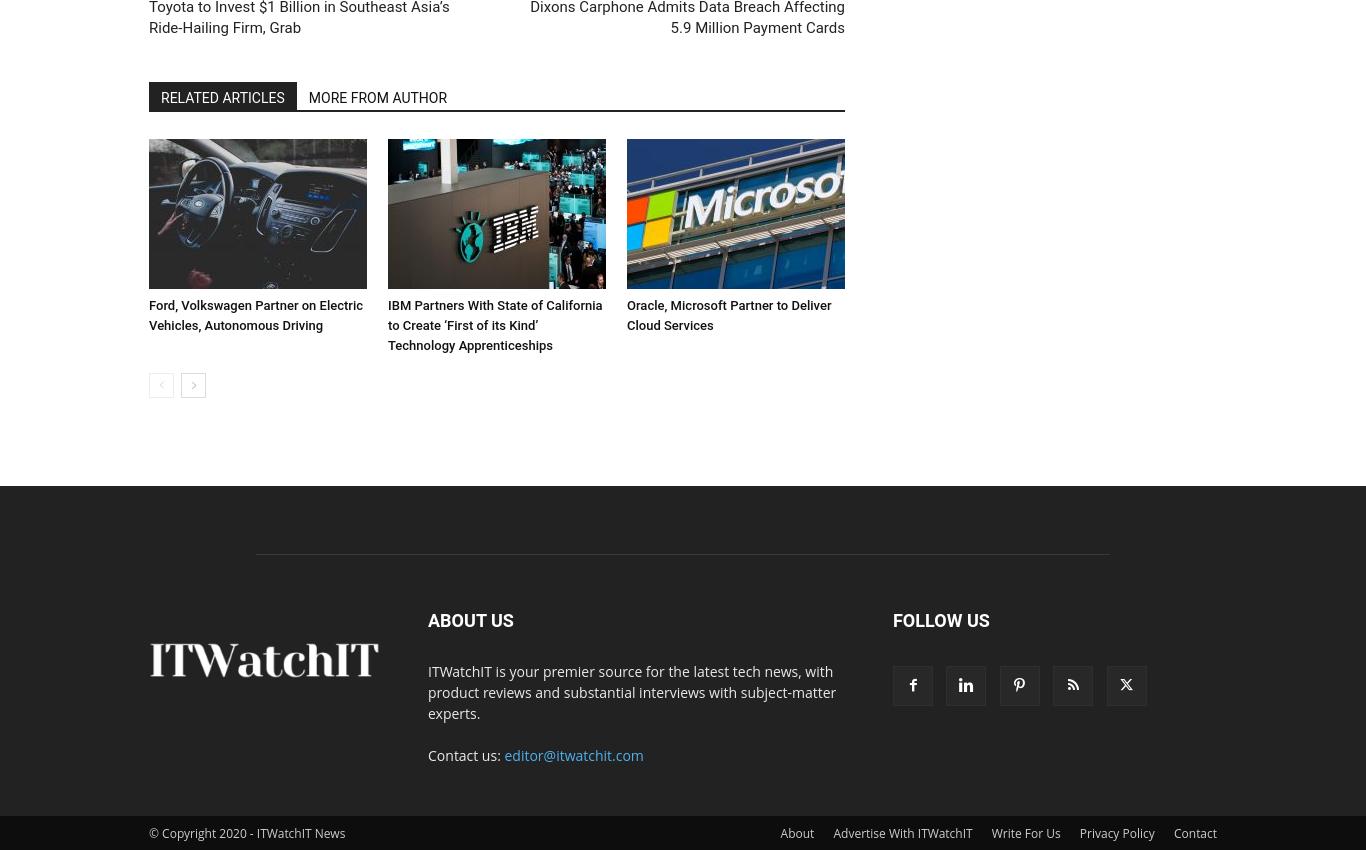 Image resolution: width=1366 pixels, height=850 pixels. Describe the element at coordinates (386, 324) in the screenshot. I see `'IBM Partners With State of California to Create ‘First of its Kind’ Technology Apprenticeships'` at that location.